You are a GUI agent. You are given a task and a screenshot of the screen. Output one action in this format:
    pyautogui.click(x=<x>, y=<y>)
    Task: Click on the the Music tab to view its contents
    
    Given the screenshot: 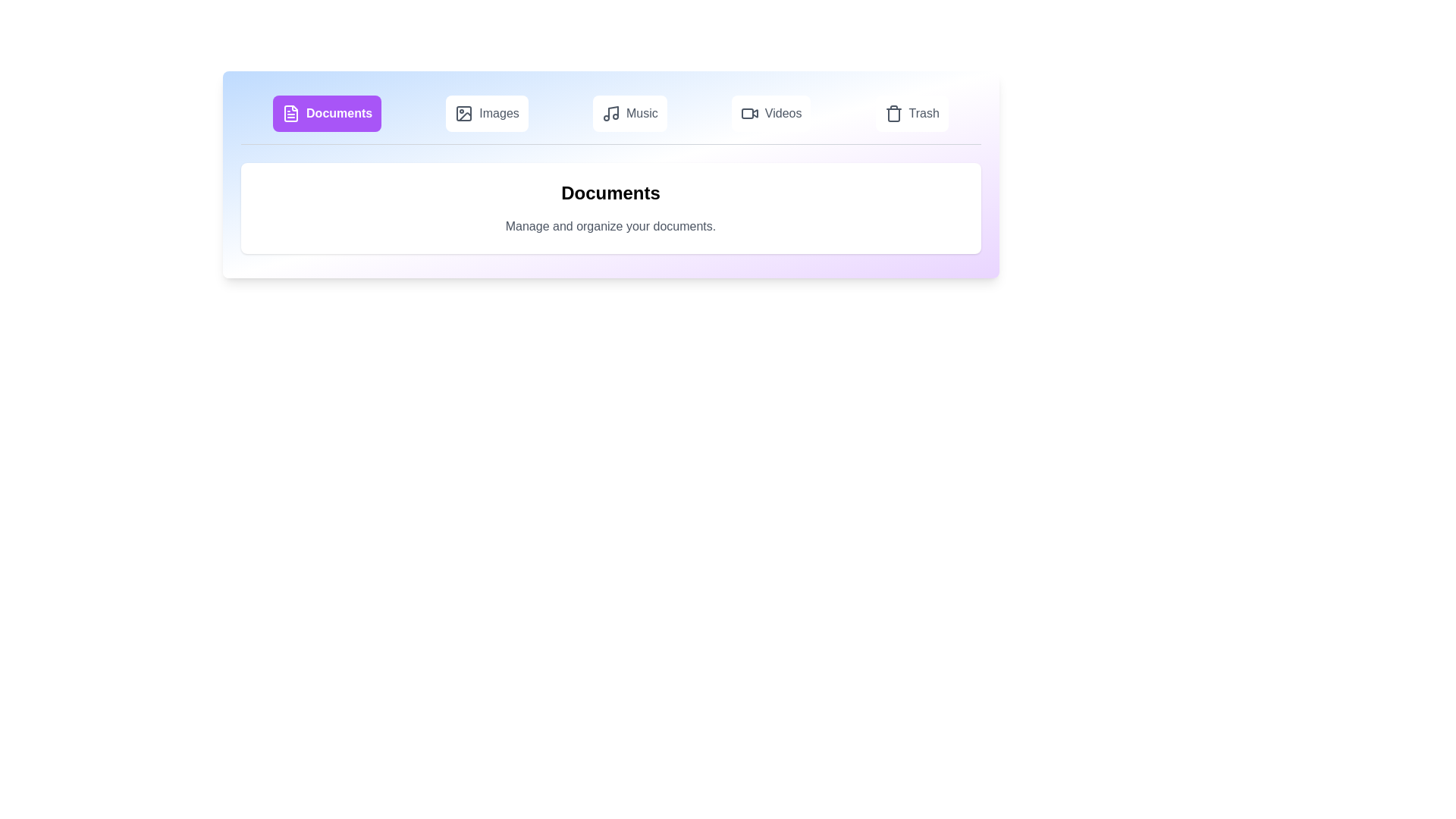 What is the action you would take?
    pyautogui.click(x=629, y=113)
    